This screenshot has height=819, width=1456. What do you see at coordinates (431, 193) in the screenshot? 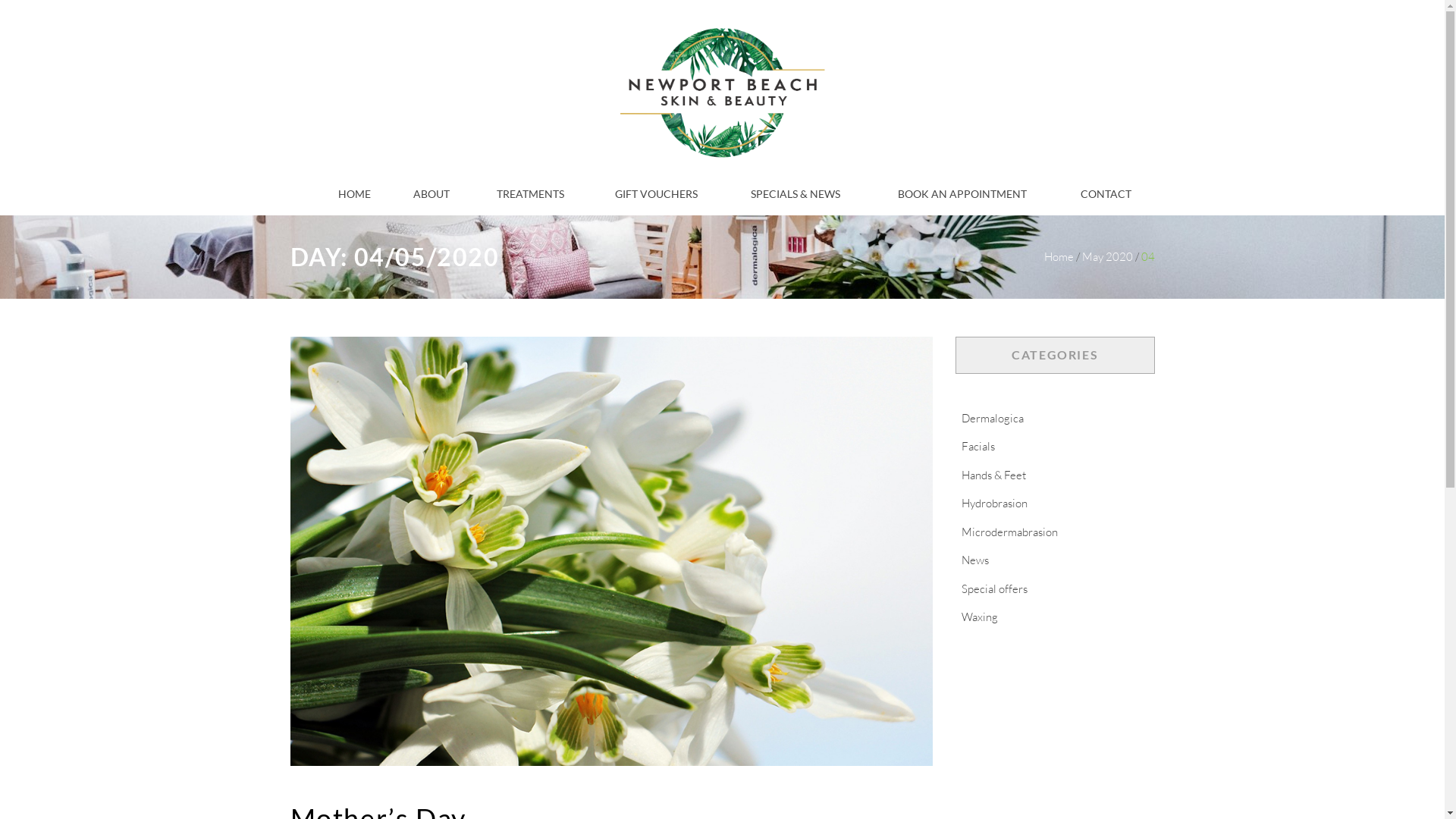
I see `'ABOUT'` at bounding box center [431, 193].